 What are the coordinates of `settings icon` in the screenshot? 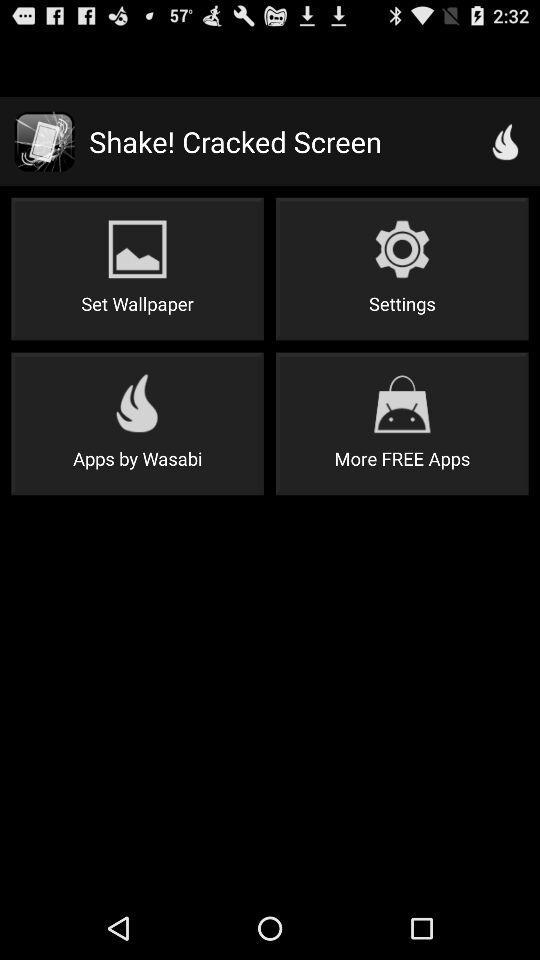 It's located at (402, 268).